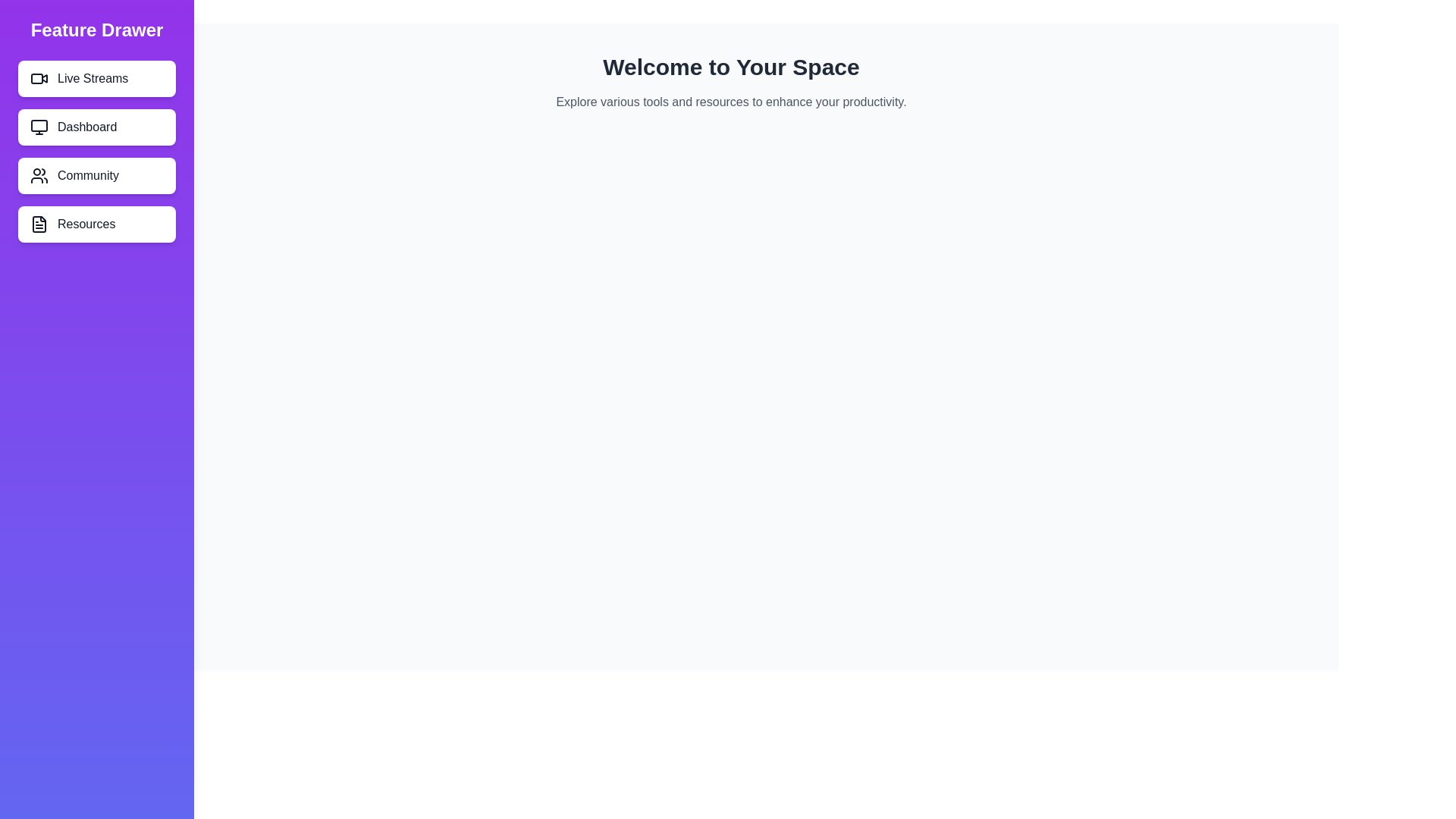 This screenshot has width=1456, height=819. Describe the element at coordinates (96, 174) in the screenshot. I see `the 'Community' button` at that location.